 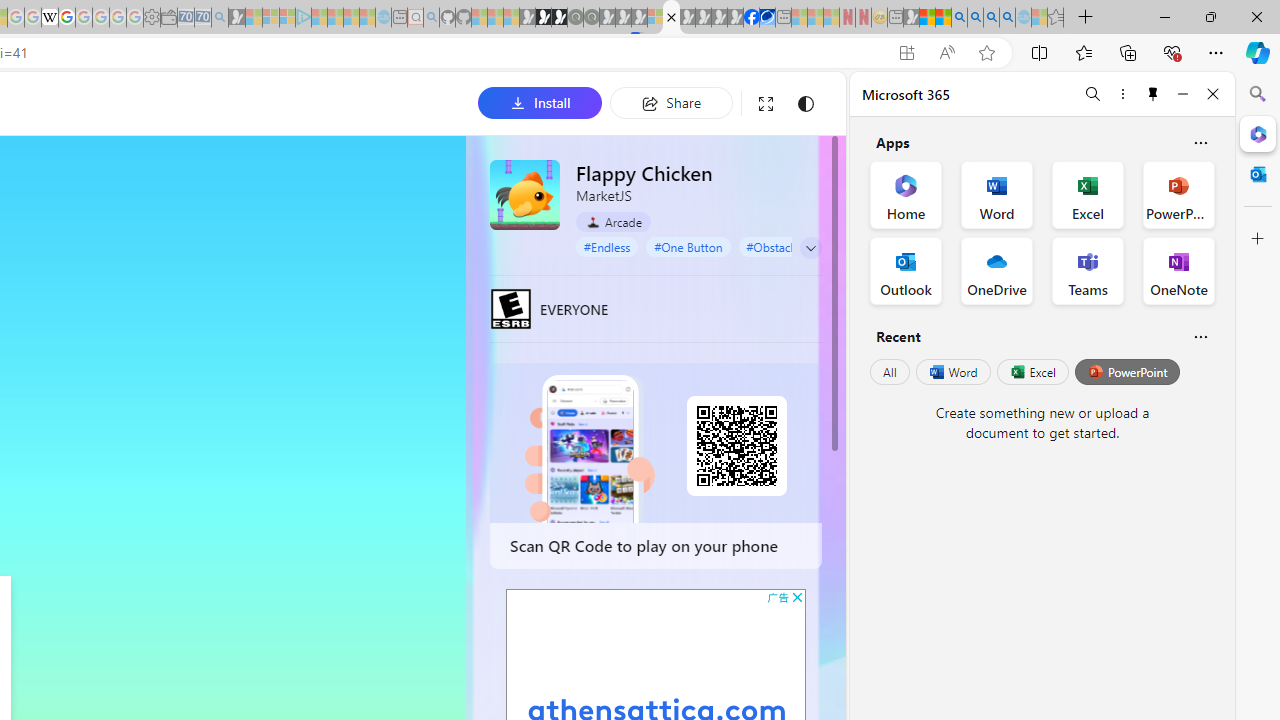 I want to click on 'Home | Sky Blue Bikes - Sky Blue Bikes - Sleeping', so click(x=383, y=17).